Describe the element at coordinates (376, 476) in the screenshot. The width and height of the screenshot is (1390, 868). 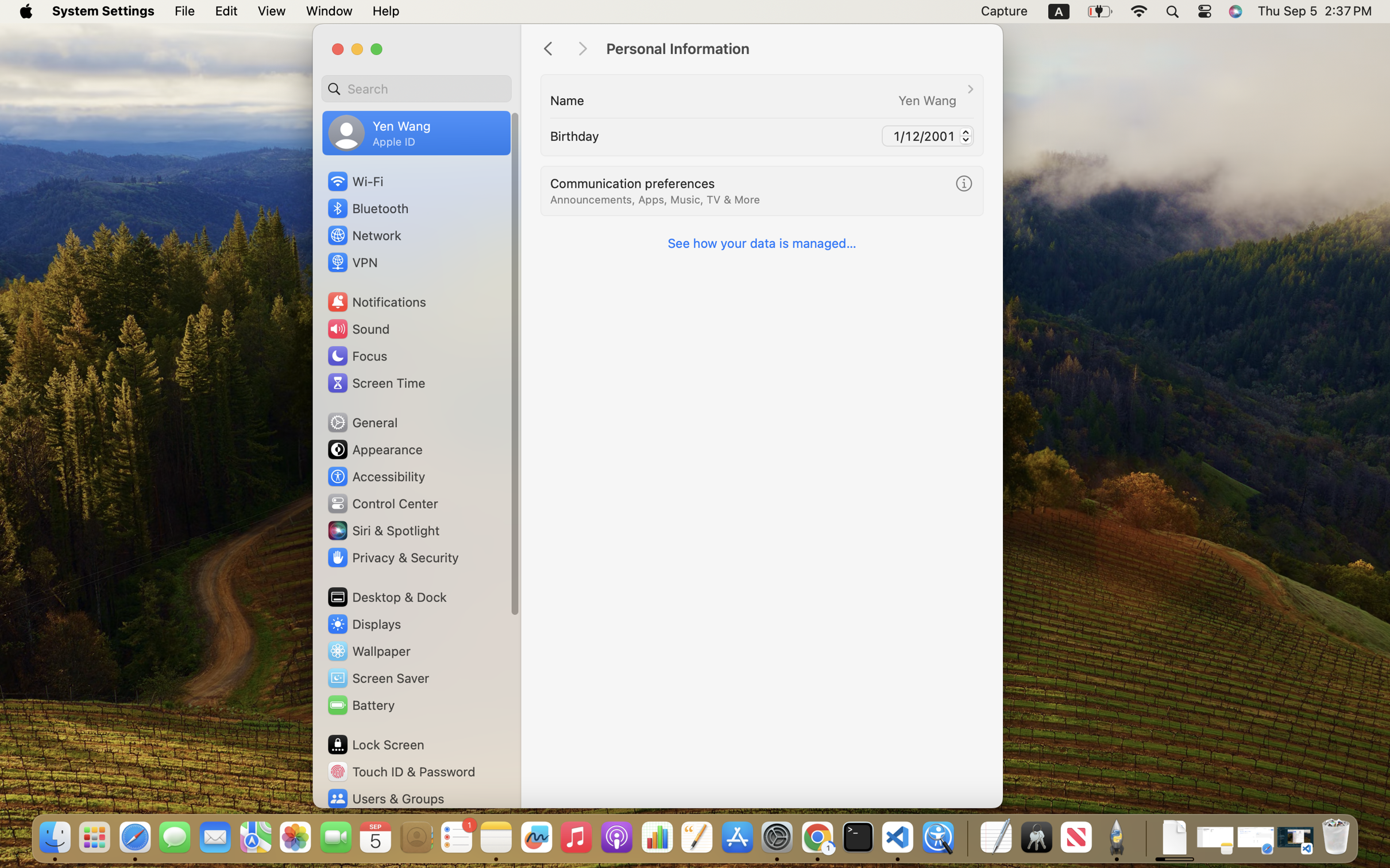
I see `'Accessibility'` at that location.